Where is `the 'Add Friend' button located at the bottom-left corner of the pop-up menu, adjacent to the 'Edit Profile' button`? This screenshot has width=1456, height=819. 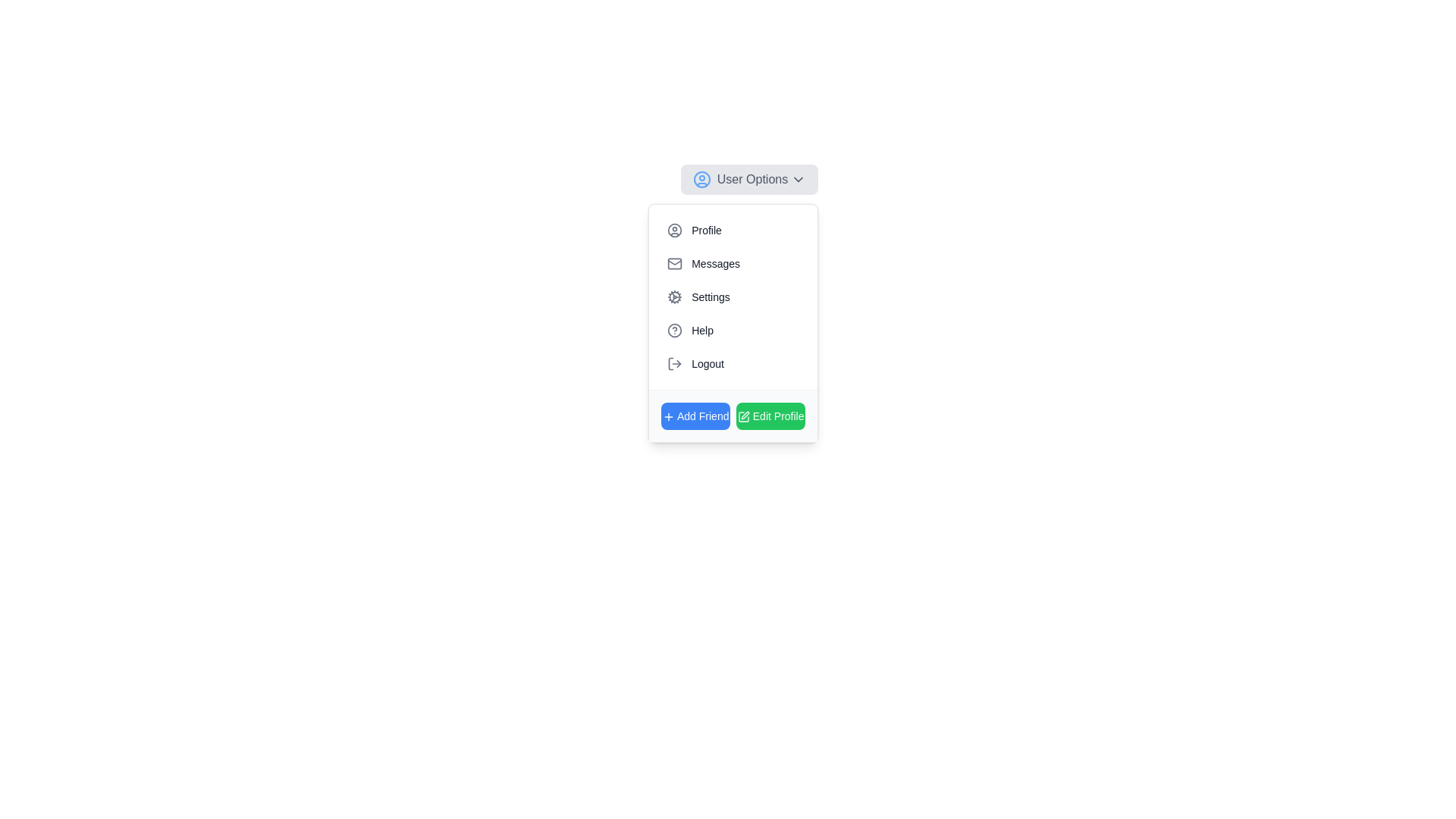
the 'Add Friend' button located at the bottom-left corner of the pop-up menu, adjacent to the 'Edit Profile' button is located at coordinates (695, 416).